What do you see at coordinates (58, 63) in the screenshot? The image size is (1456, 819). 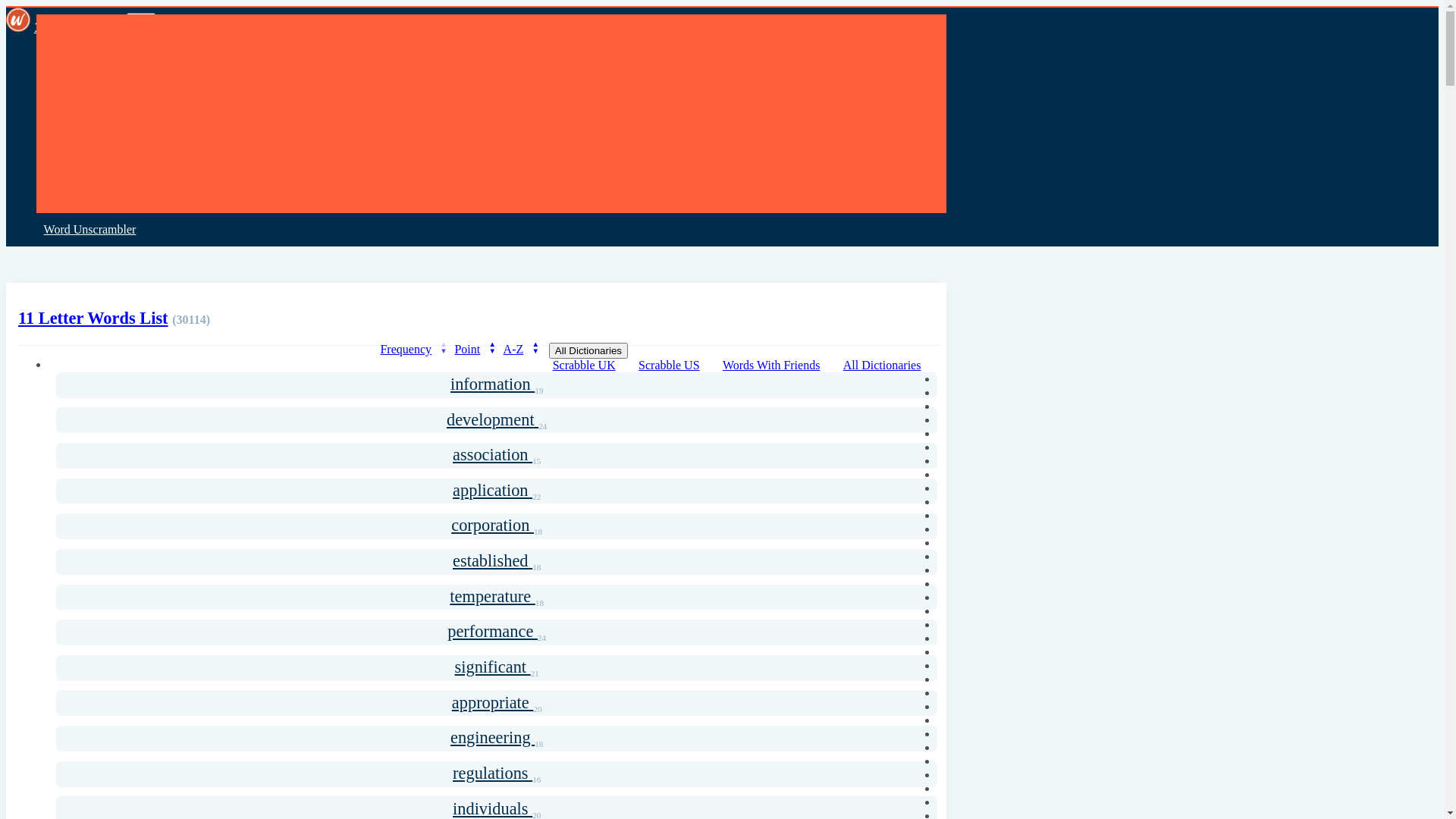 I see `'Home'` at bounding box center [58, 63].